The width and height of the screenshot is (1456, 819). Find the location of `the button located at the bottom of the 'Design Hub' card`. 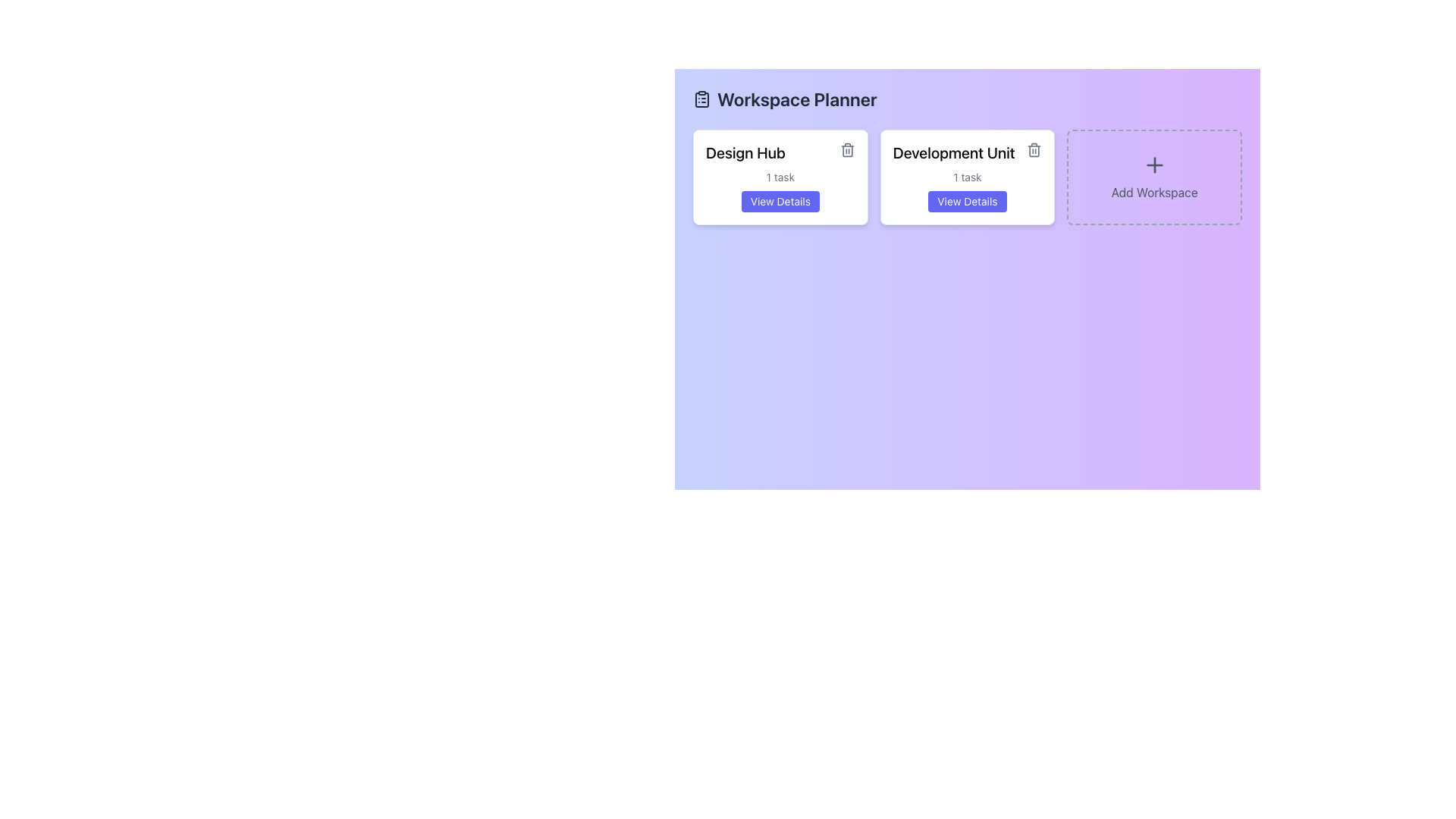

the button located at the bottom of the 'Design Hub' card is located at coordinates (780, 201).